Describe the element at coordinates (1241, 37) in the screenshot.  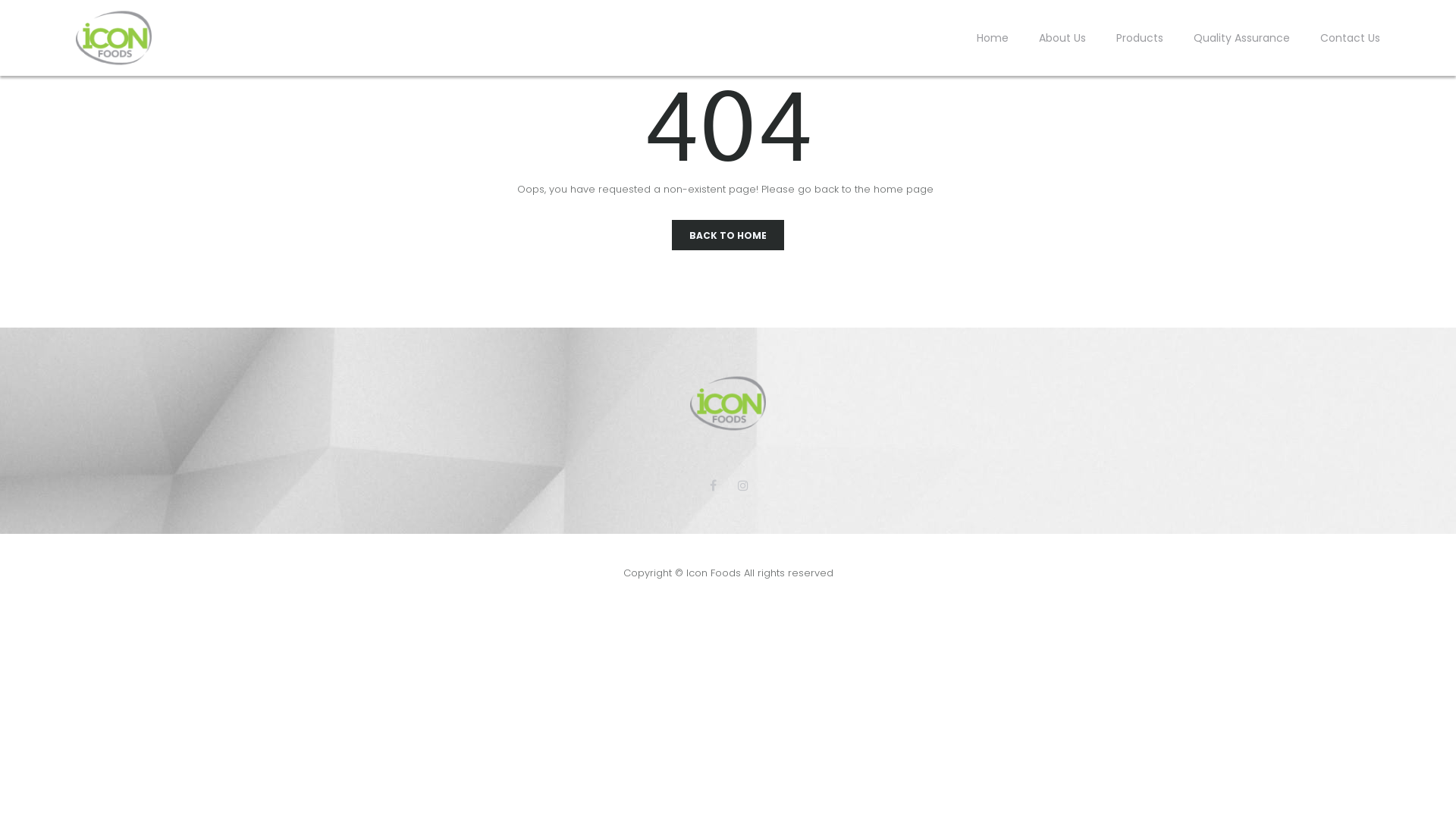
I see `'Quality Assurance'` at that location.